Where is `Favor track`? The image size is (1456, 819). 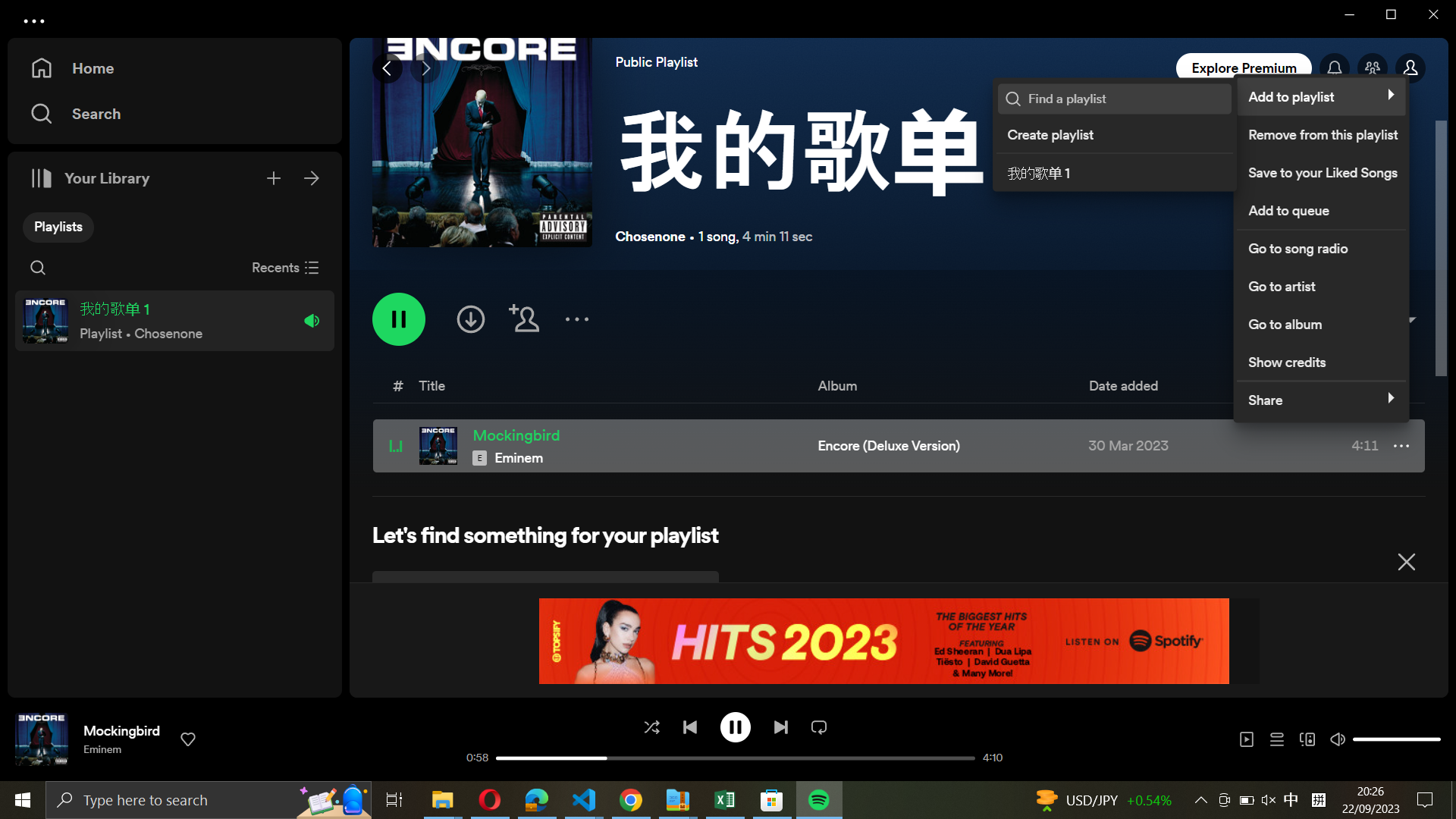
Favor track is located at coordinates (188, 738).